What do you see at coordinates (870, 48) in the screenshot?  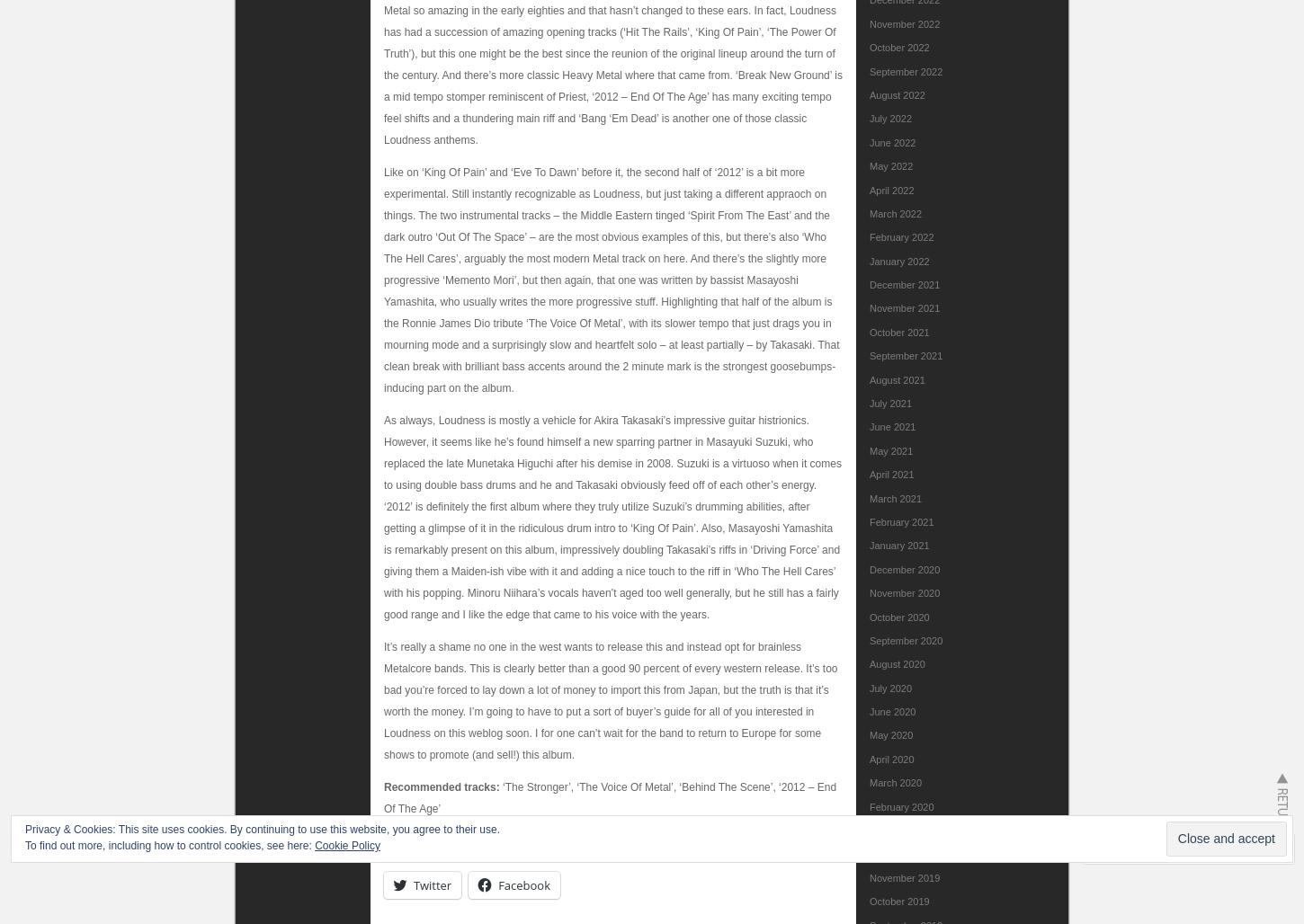 I see `'October 2022'` at bounding box center [870, 48].